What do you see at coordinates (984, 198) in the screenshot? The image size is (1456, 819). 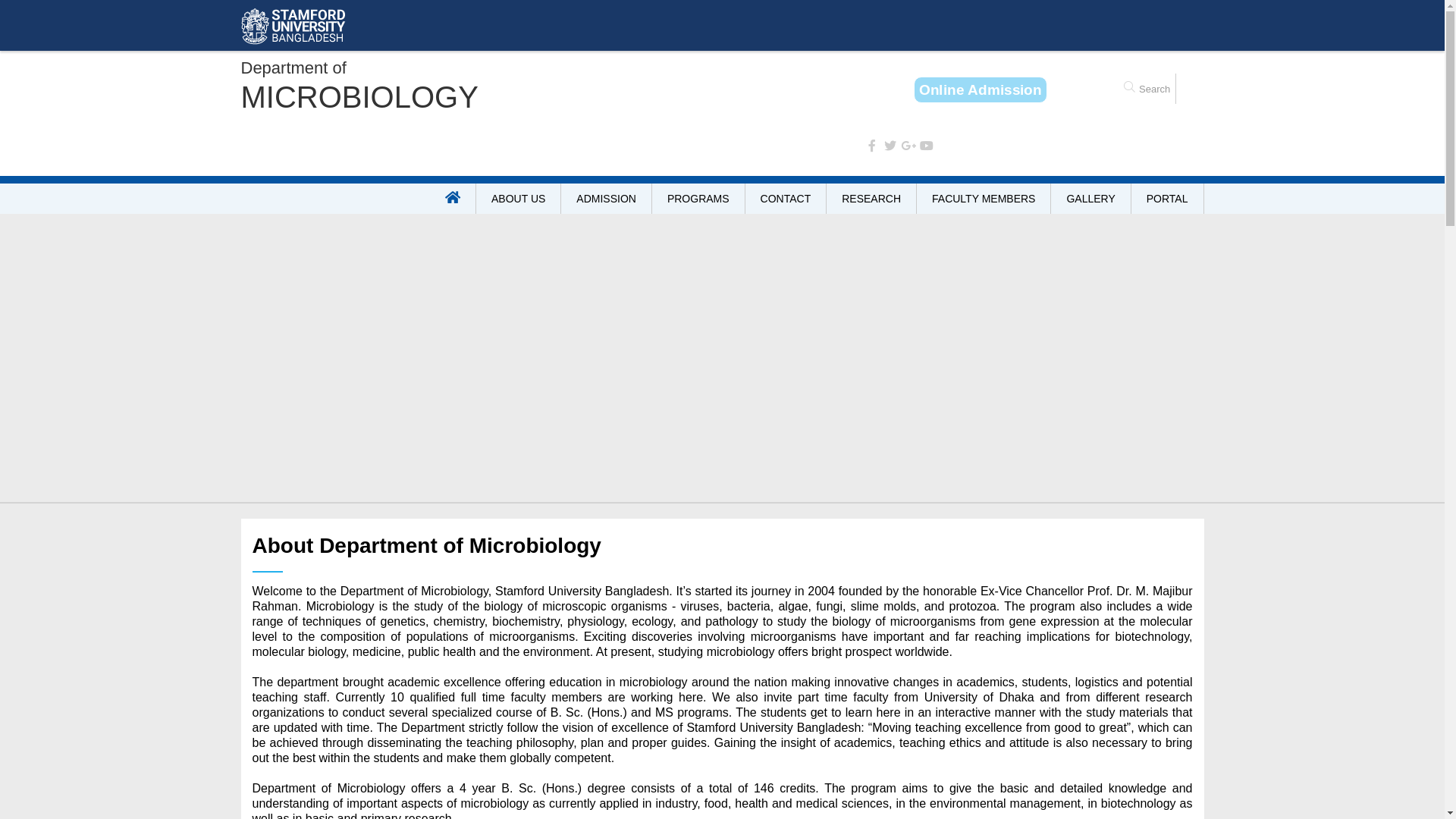 I see `'FACULTY MEMBERS'` at bounding box center [984, 198].